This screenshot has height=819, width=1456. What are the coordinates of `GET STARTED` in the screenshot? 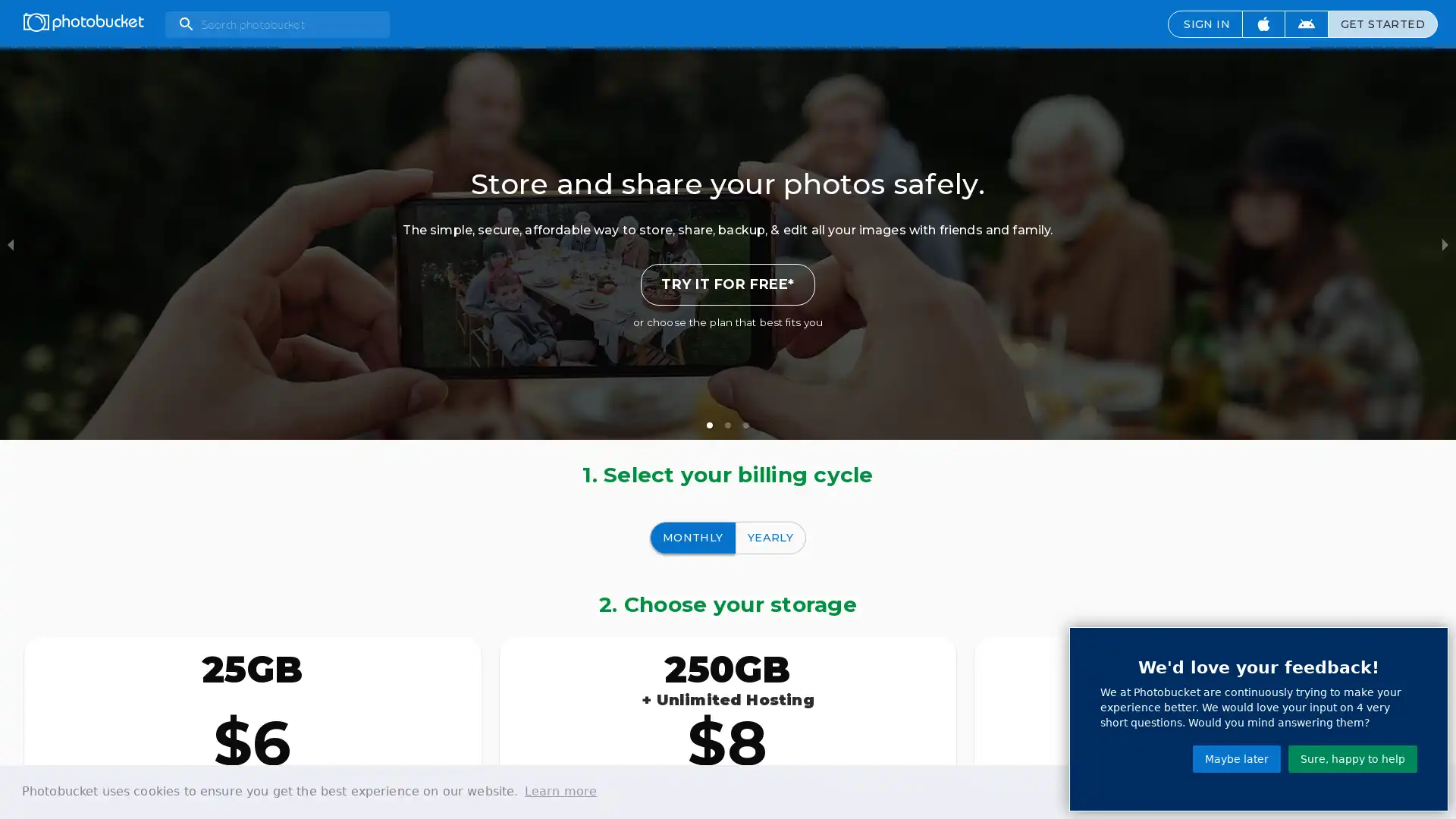 It's located at (1382, 24).